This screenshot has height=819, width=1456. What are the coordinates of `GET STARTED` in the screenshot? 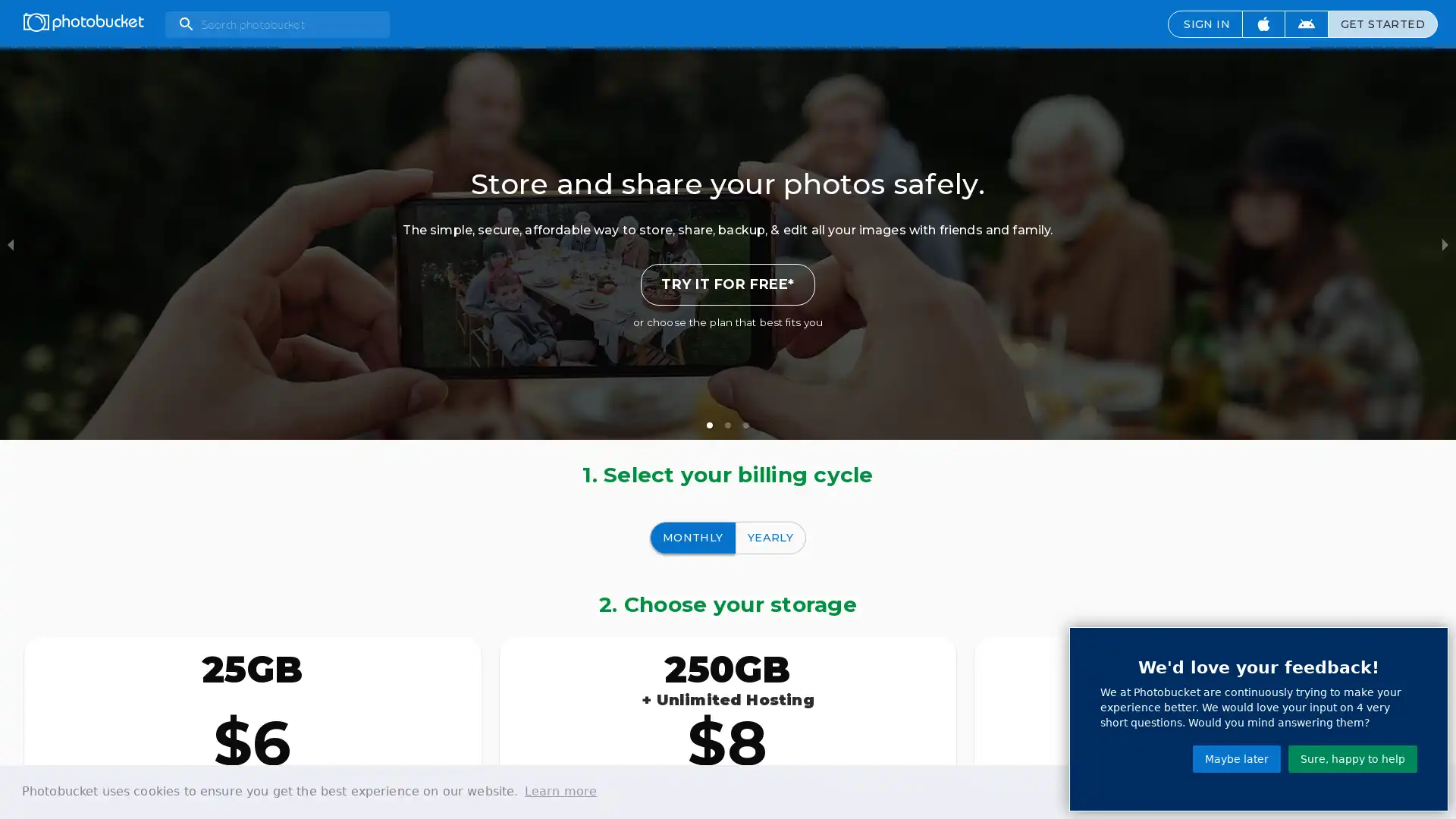 It's located at (1382, 24).